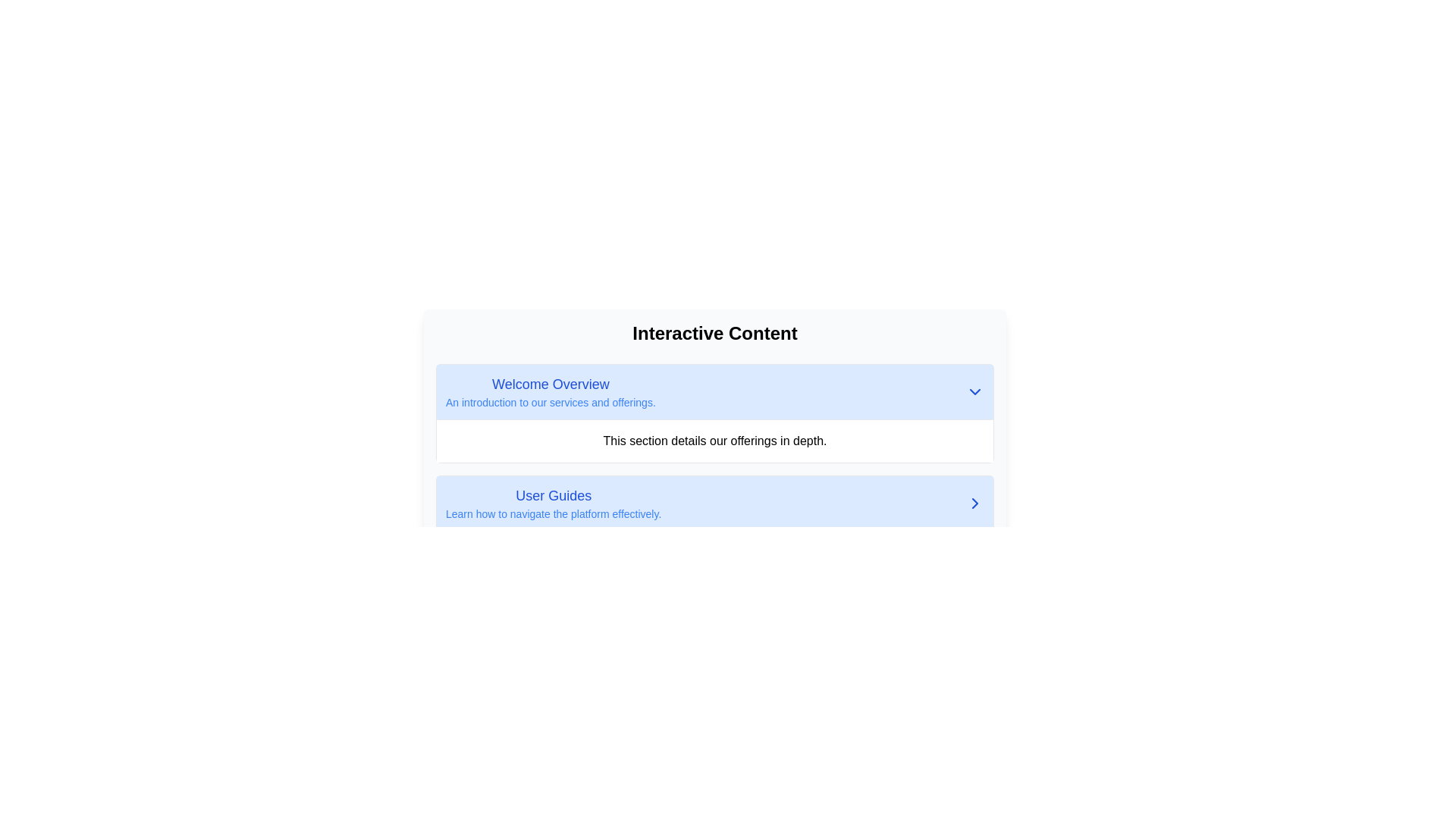 This screenshot has height=819, width=1456. Describe the element at coordinates (975, 503) in the screenshot. I see `the SVG chevron button located in the 'User Guides' section of the 'Interactive Content' panel` at that location.